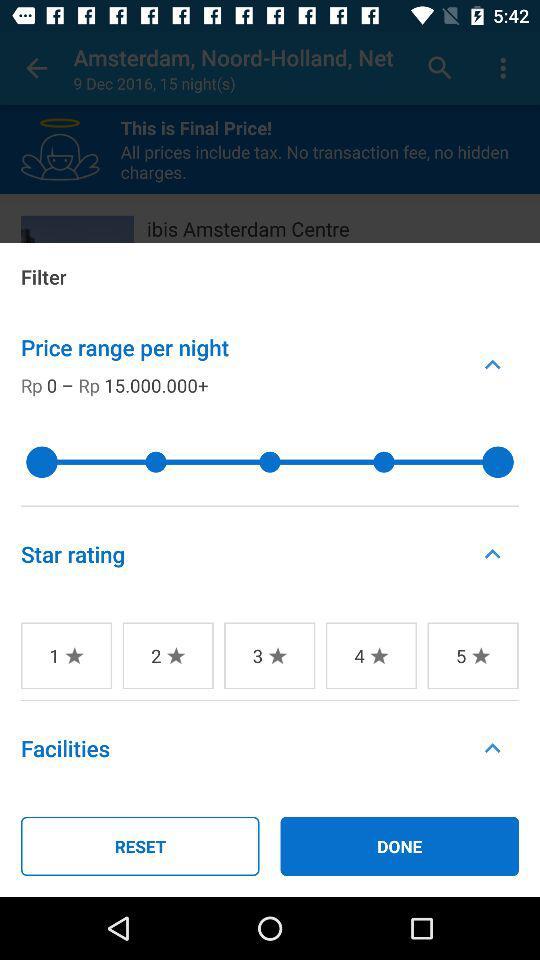 This screenshot has height=960, width=540. What do you see at coordinates (399, 845) in the screenshot?
I see `the item to the right of reset` at bounding box center [399, 845].